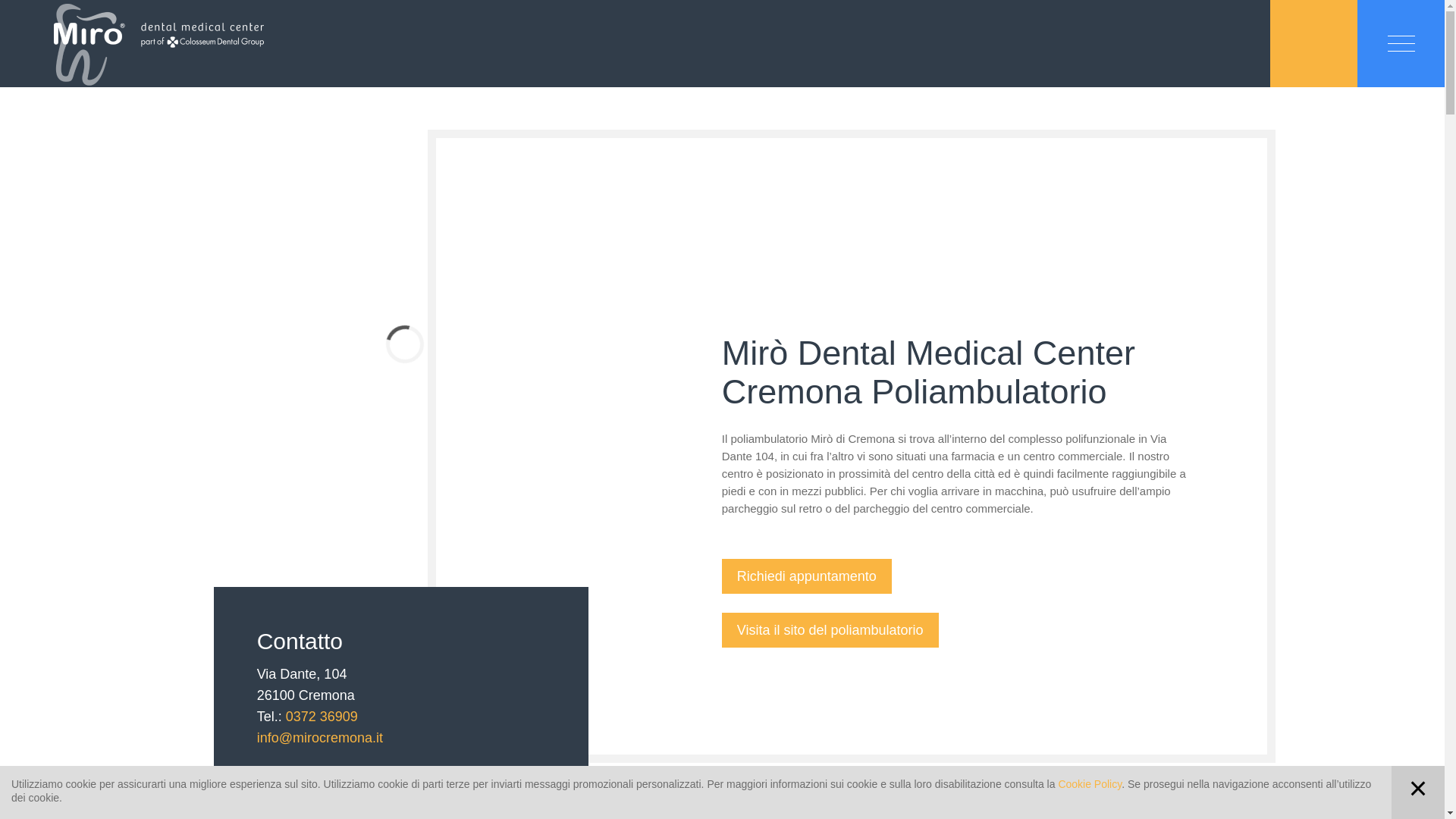  What do you see at coordinates (319, 736) in the screenshot?
I see `'info@mirocremona.it'` at bounding box center [319, 736].